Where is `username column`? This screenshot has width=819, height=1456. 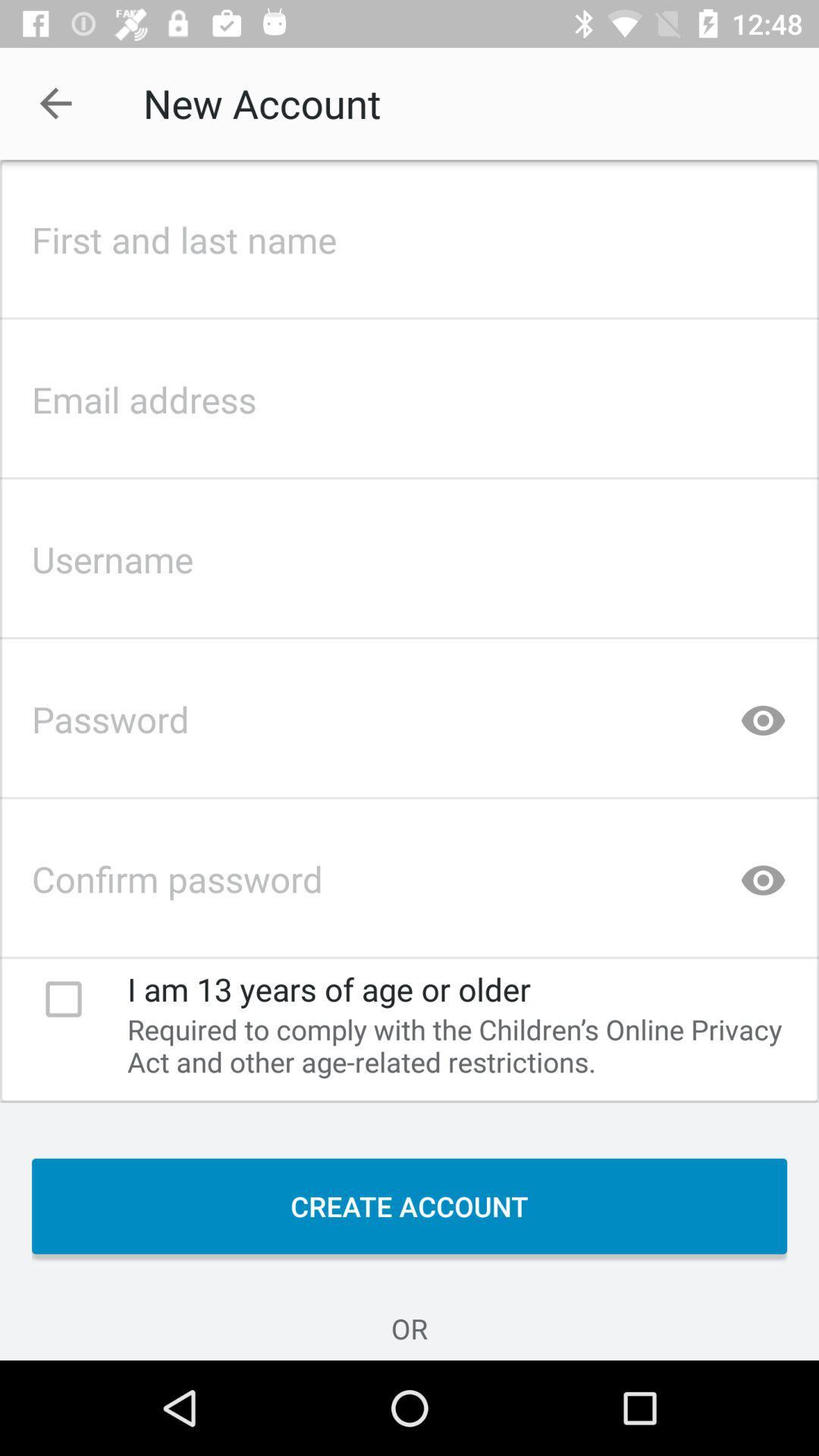
username column is located at coordinates (409, 554).